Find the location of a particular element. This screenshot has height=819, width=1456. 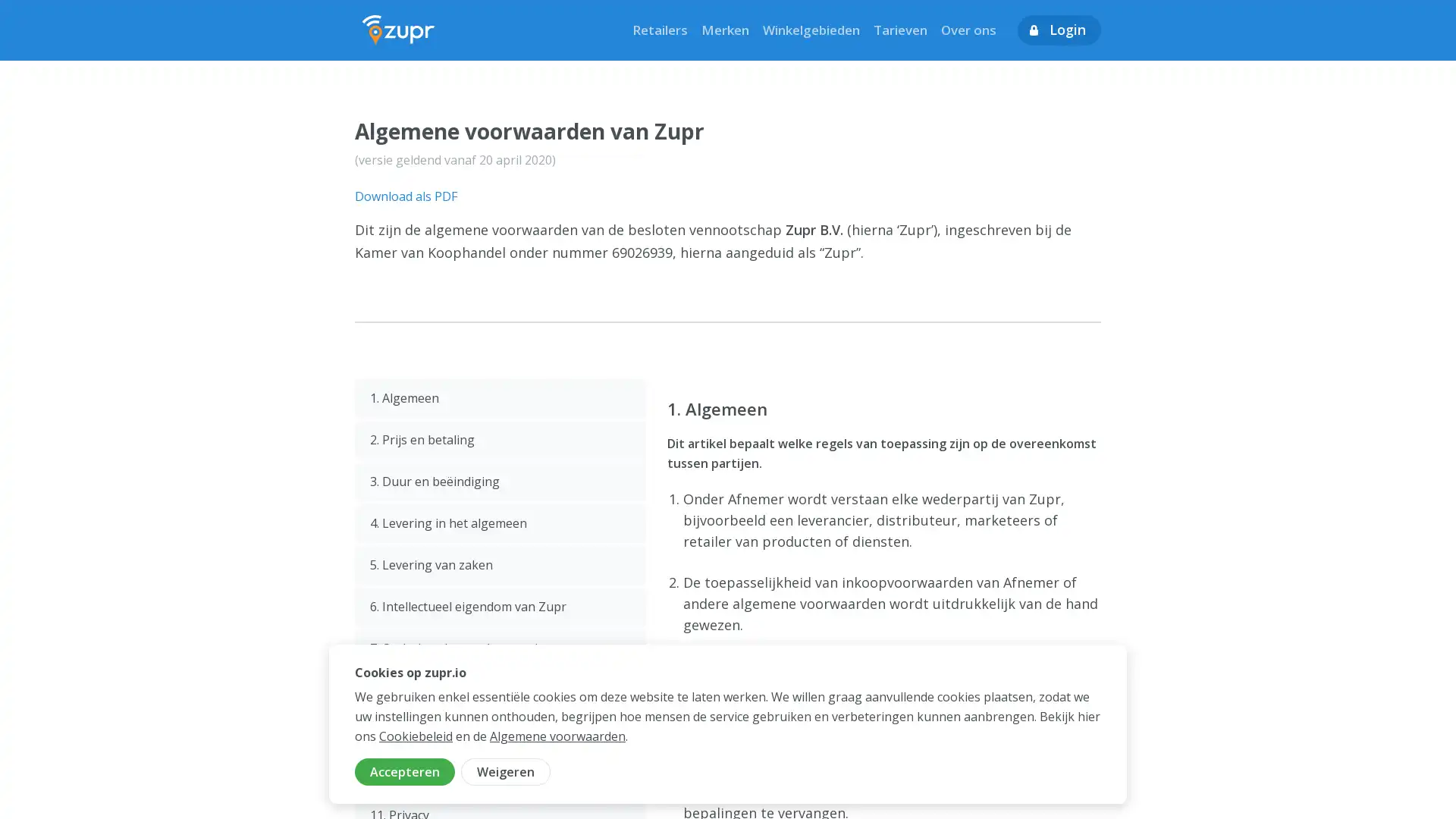

Accept cookies is located at coordinates (404, 772).